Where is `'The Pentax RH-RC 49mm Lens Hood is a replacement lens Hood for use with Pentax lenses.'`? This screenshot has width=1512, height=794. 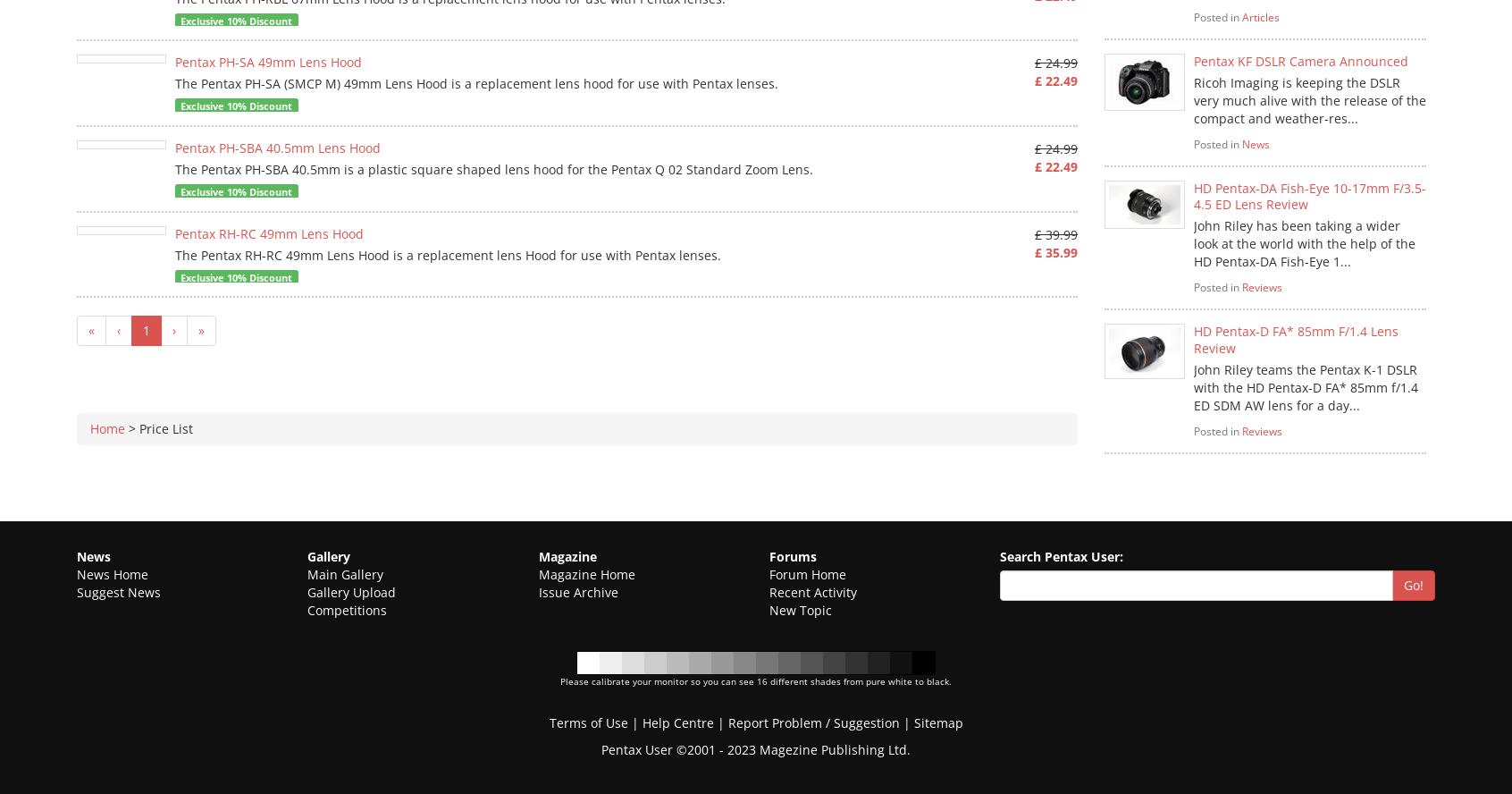
'The Pentax RH-RC 49mm Lens Hood is a replacement lens Hood for use with Pentax lenses.' is located at coordinates (173, 253).